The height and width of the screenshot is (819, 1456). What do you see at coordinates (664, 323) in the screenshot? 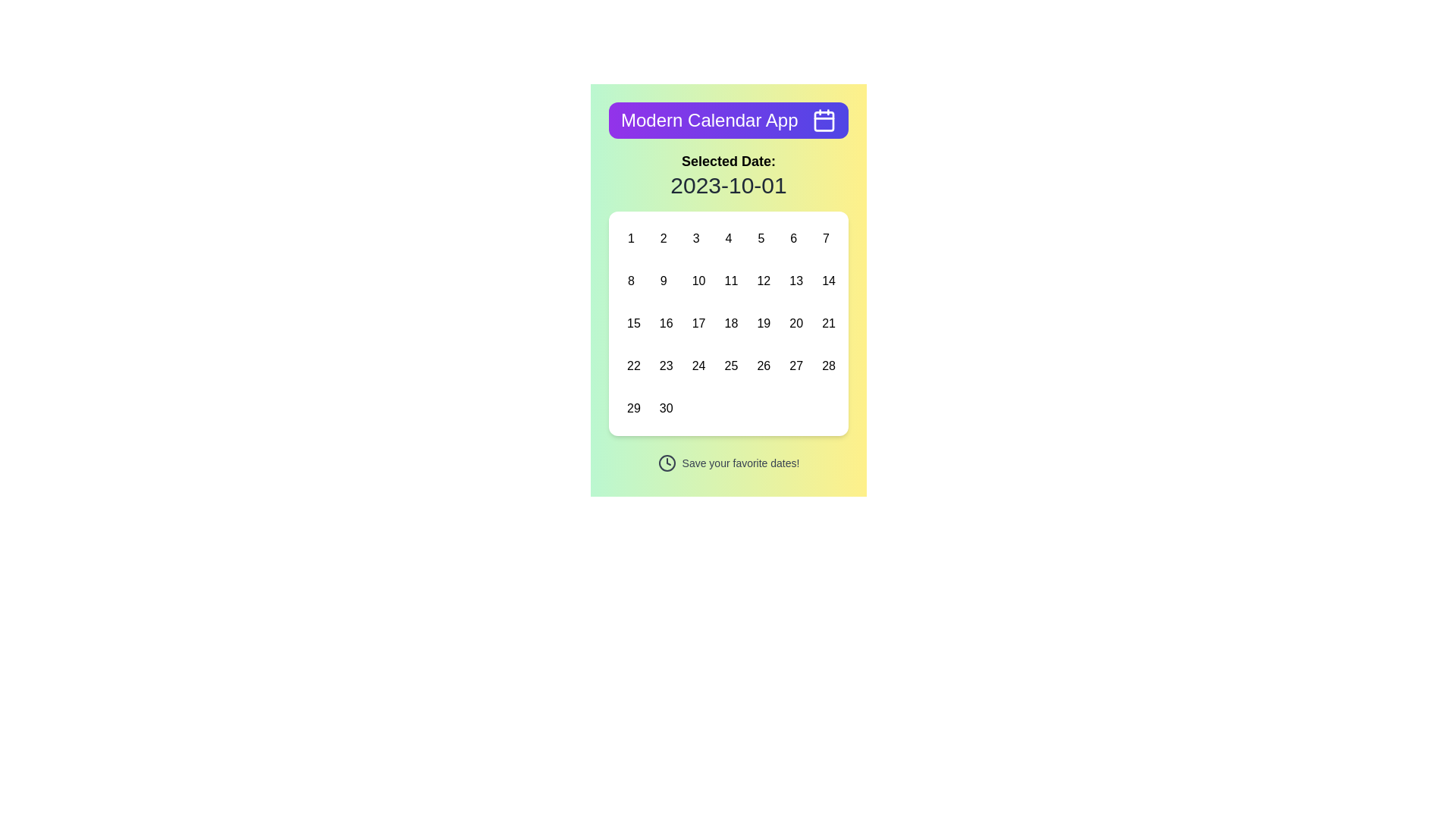
I see `the selectable calendar date button representing the 16th of the month` at bounding box center [664, 323].